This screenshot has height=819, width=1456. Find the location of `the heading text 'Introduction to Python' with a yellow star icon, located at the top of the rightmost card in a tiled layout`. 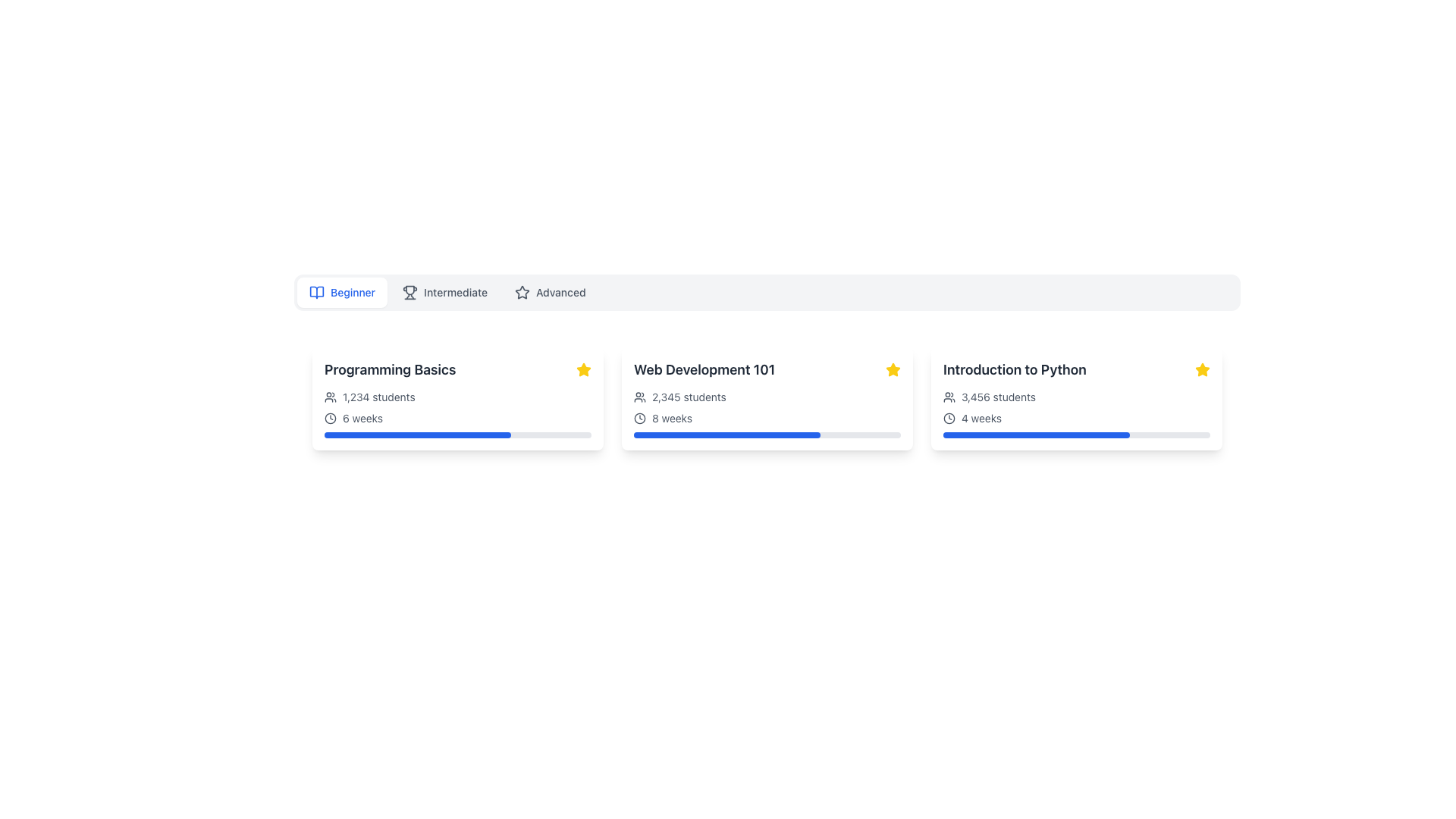

the heading text 'Introduction to Python' with a yellow star icon, located at the top of the rightmost card in a tiled layout is located at coordinates (1076, 370).